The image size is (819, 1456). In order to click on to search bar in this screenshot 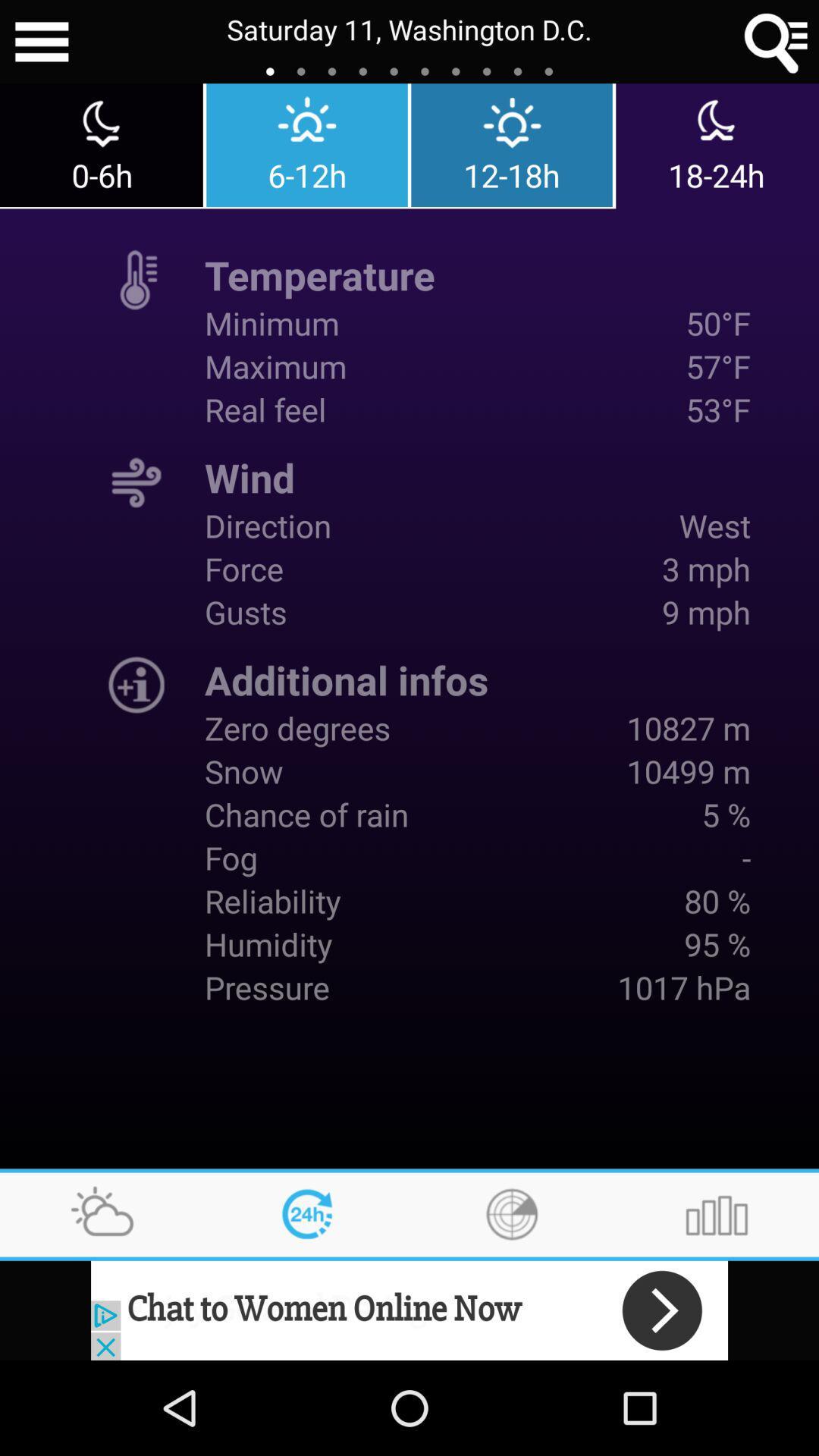, I will do `click(777, 42)`.